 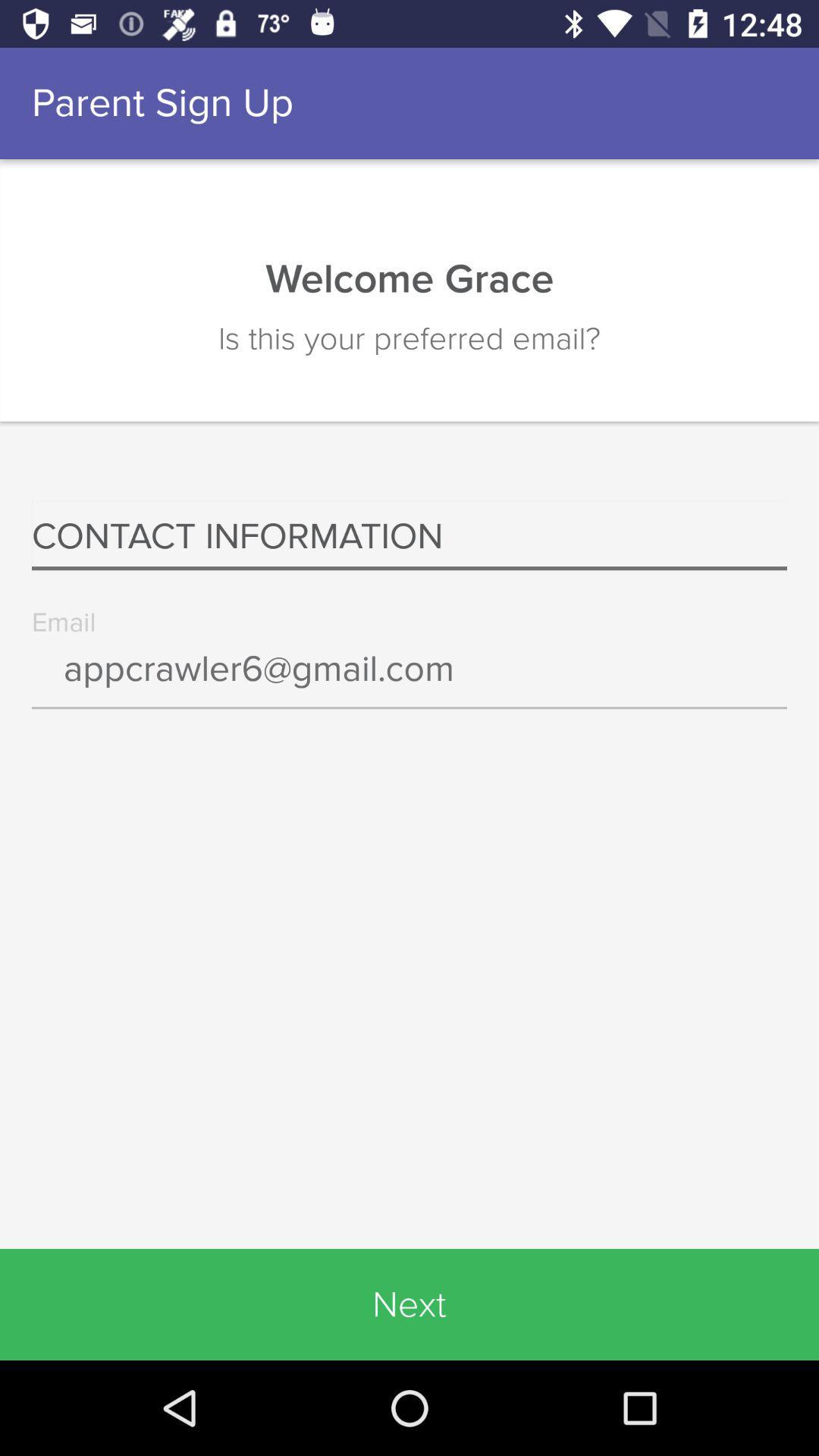 I want to click on the icon below the contact information, so click(x=409, y=679).